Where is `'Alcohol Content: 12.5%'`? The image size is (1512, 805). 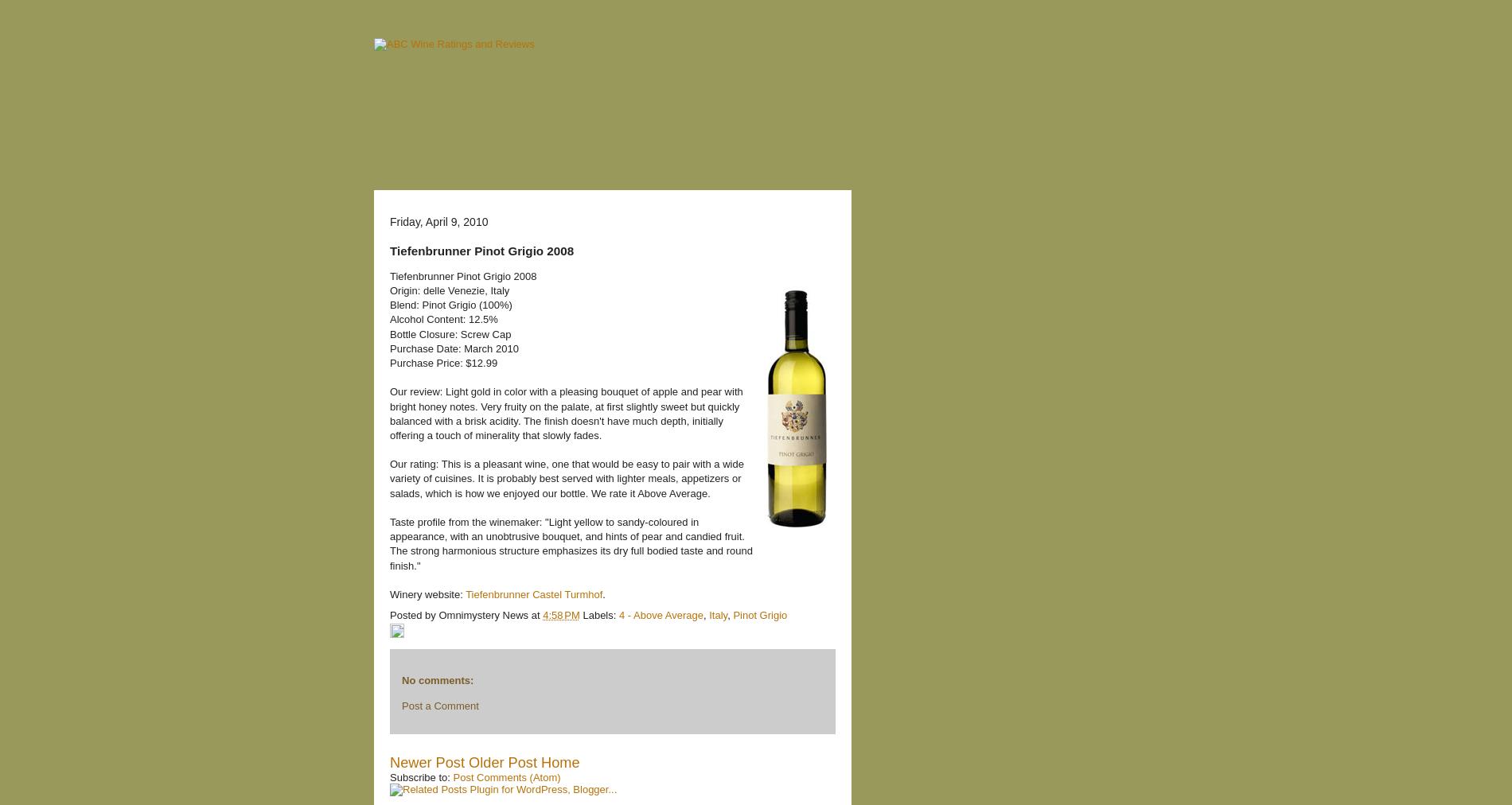
'Alcohol Content: 12.5%' is located at coordinates (443, 319).